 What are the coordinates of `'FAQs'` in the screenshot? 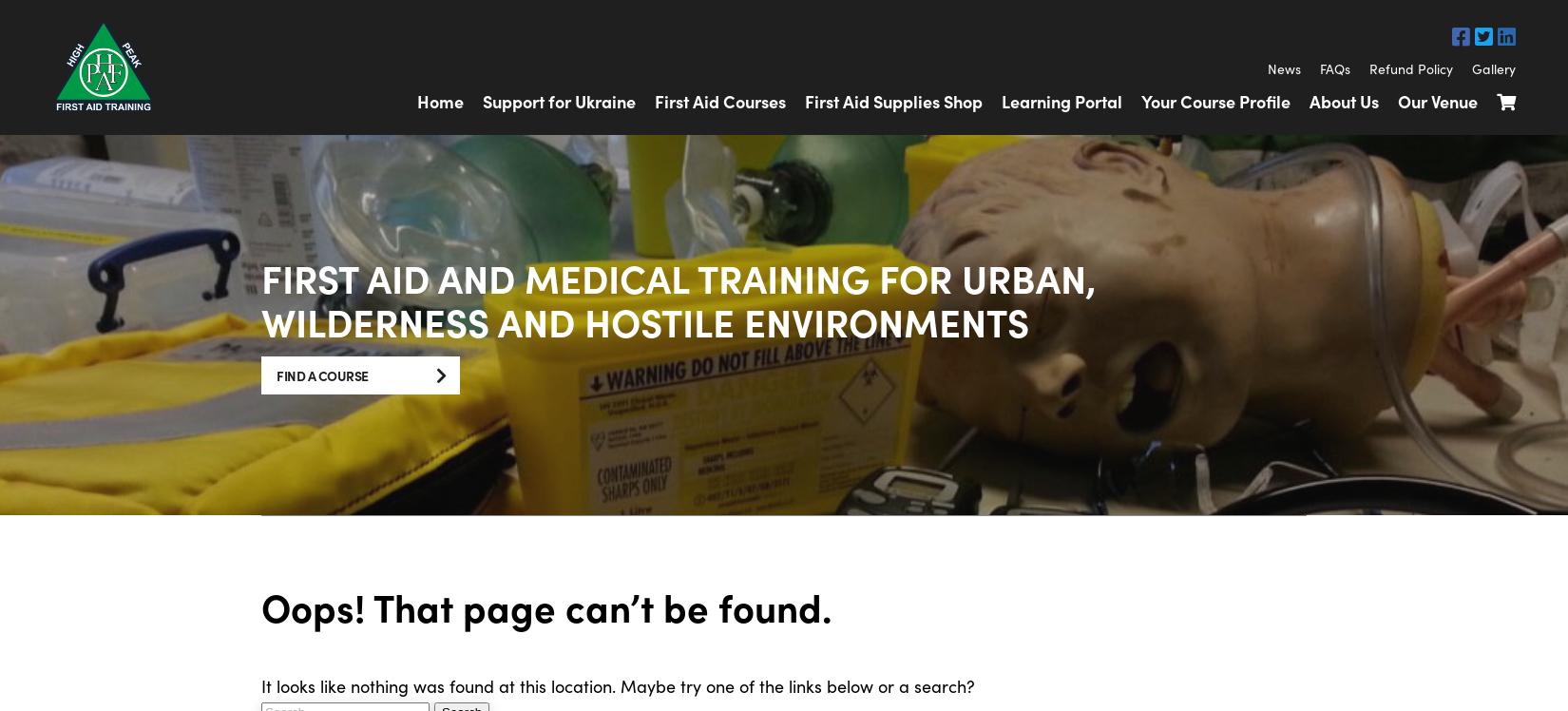 It's located at (1333, 66).